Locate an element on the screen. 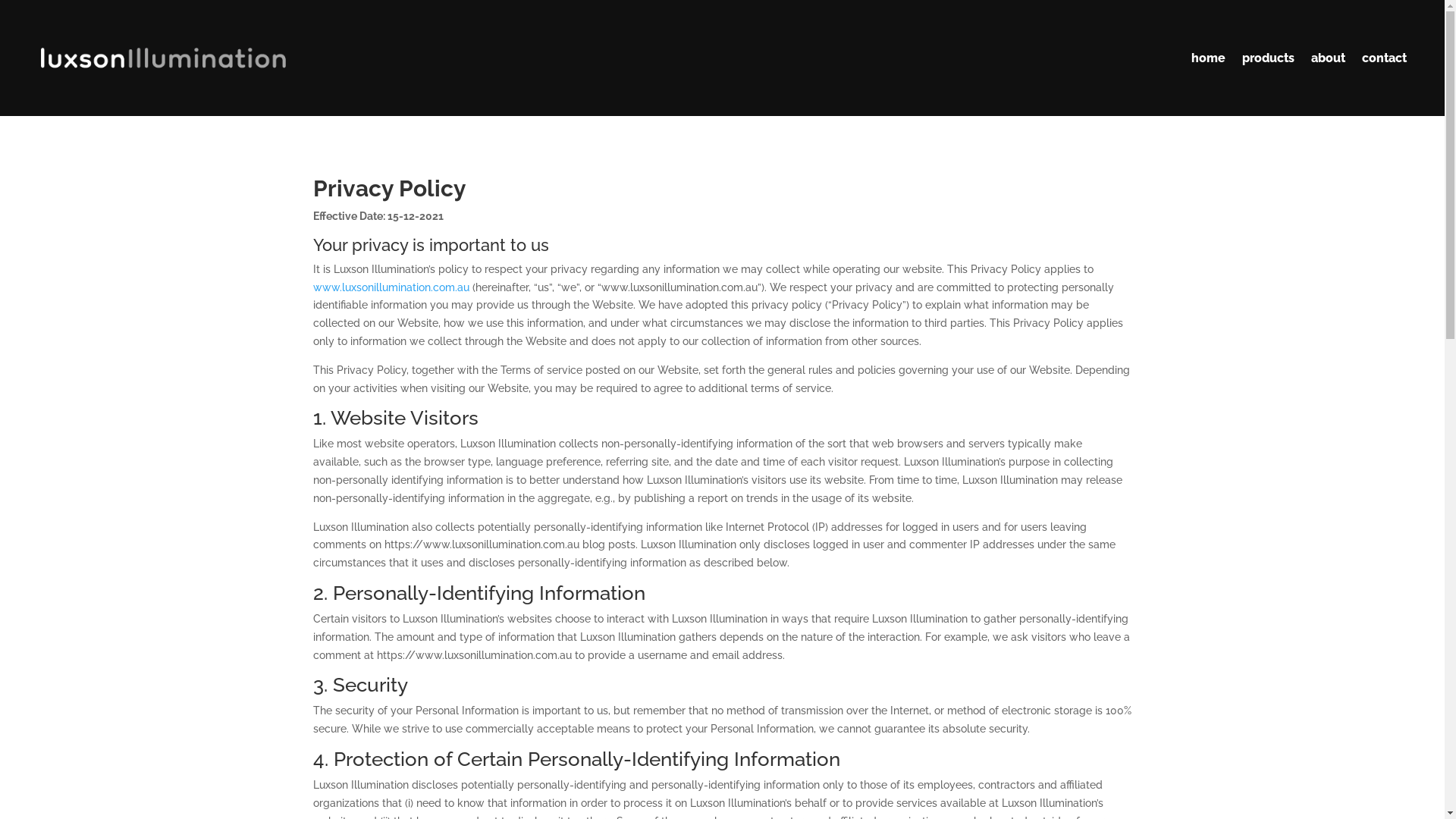  'products' is located at coordinates (1241, 57).